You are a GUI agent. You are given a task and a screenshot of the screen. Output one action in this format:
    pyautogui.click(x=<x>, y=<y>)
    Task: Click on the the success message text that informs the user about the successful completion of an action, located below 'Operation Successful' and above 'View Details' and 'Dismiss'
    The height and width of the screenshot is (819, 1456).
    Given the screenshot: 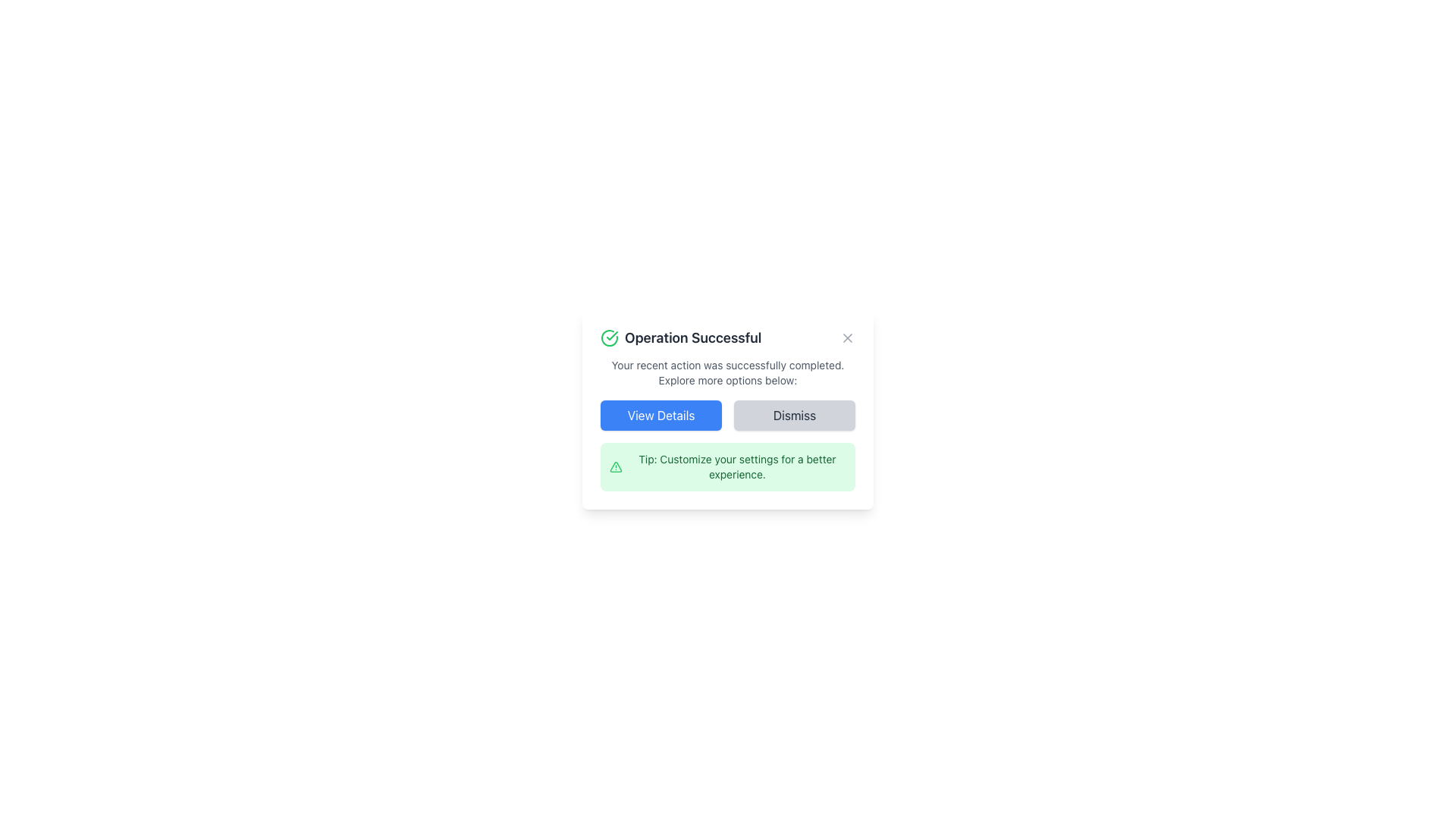 What is the action you would take?
    pyautogui.click(x=728, y=373)
    